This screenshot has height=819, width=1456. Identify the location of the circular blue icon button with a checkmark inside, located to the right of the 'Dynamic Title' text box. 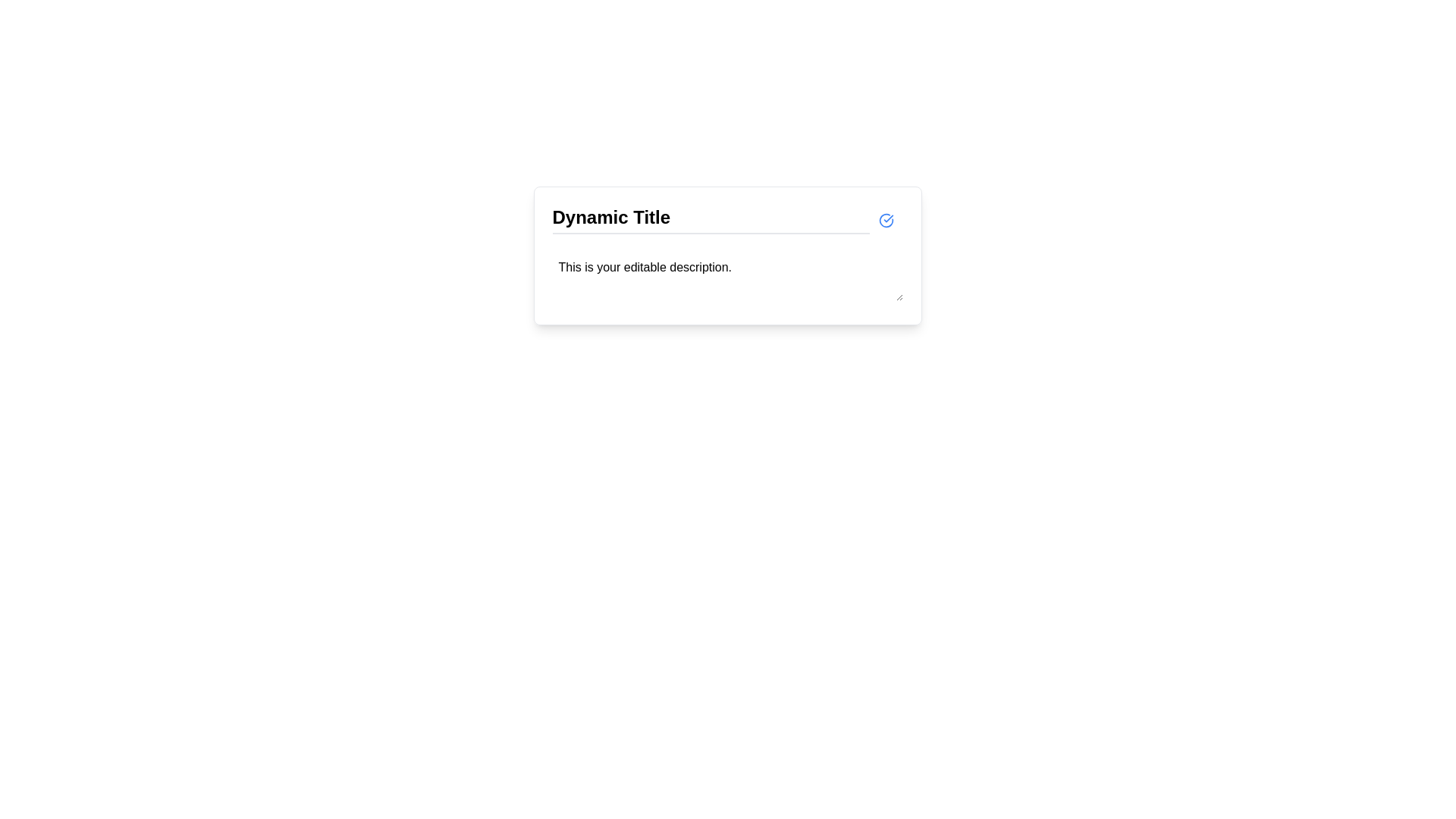
(886, 219).